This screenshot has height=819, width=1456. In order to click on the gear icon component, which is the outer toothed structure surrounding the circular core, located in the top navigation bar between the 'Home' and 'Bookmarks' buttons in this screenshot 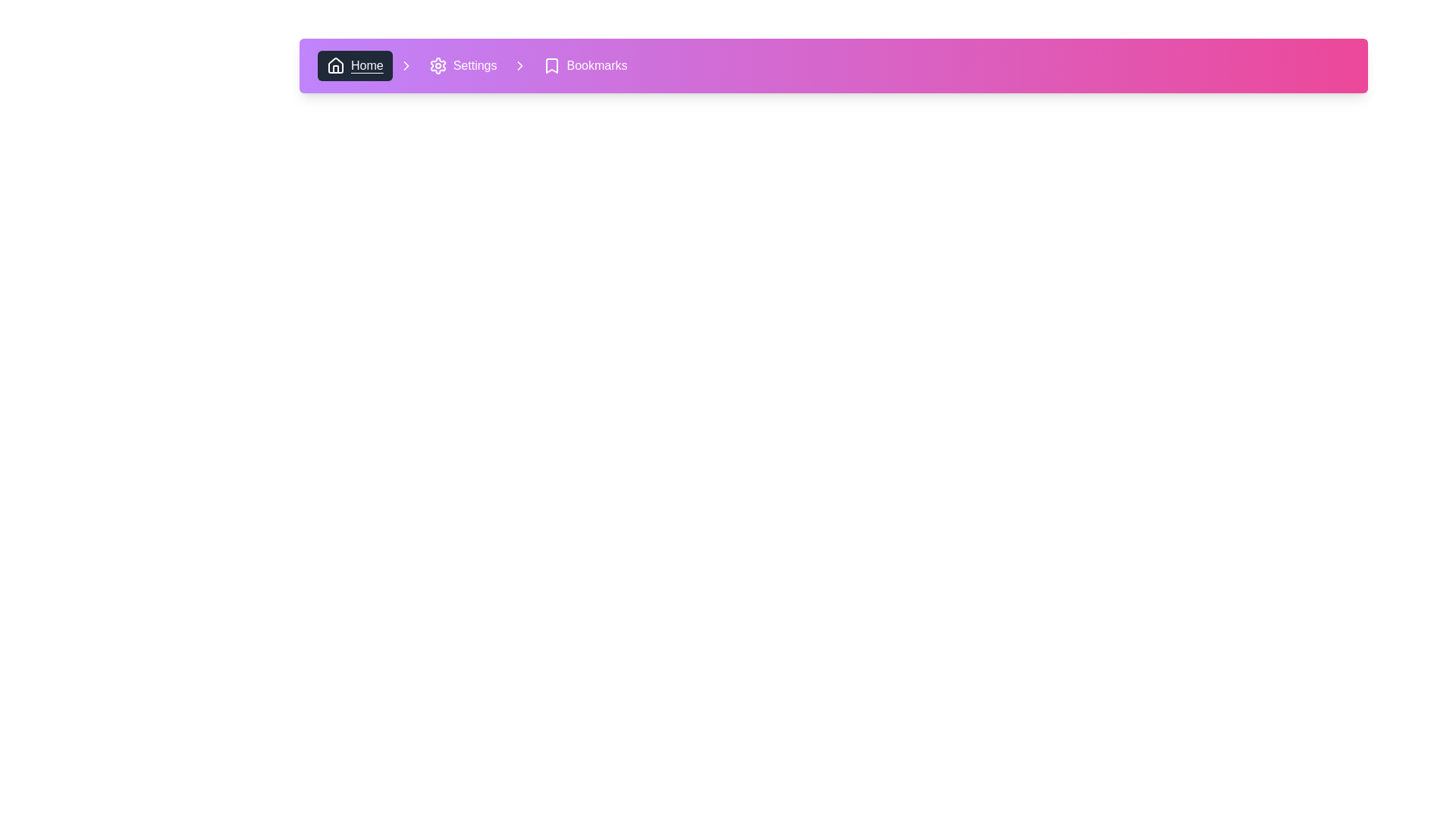, I will do `click(437, 65)`.